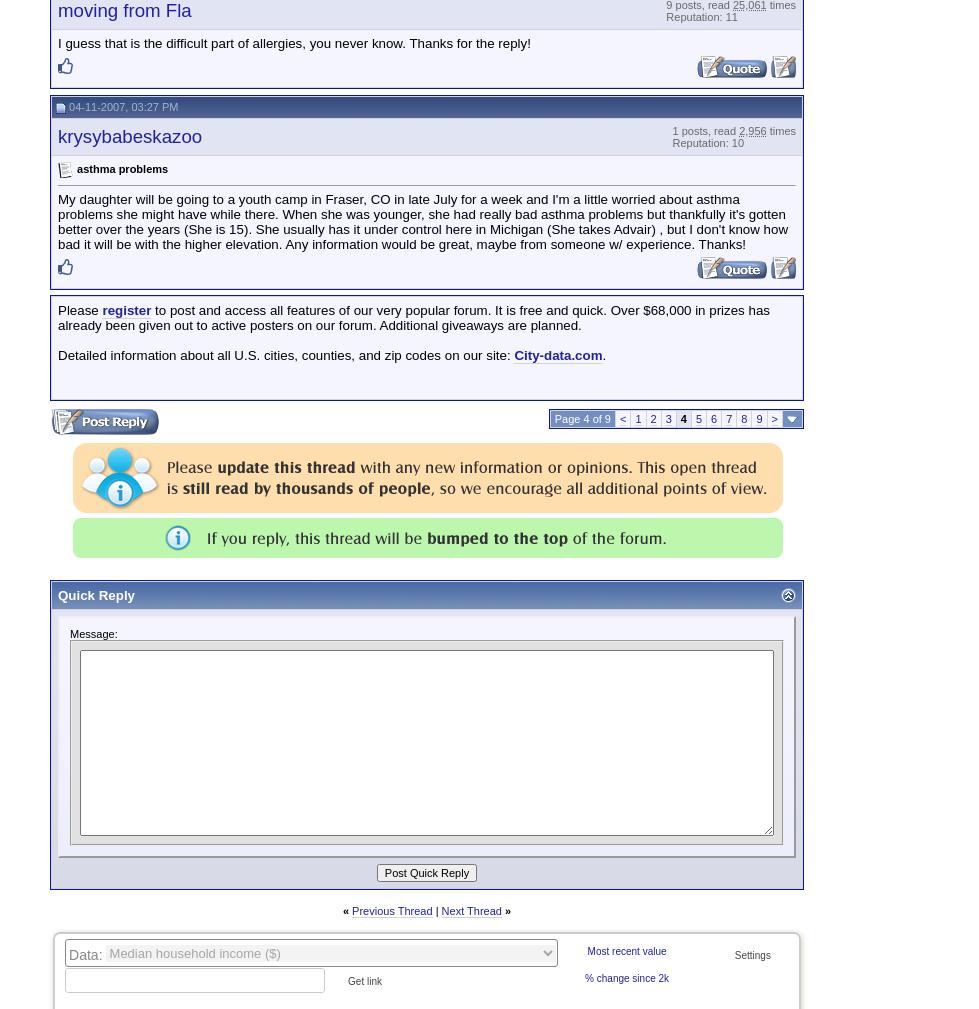 The width and height of the screenshot is (979, 1009). I want to click on '.', so click(603, 354).